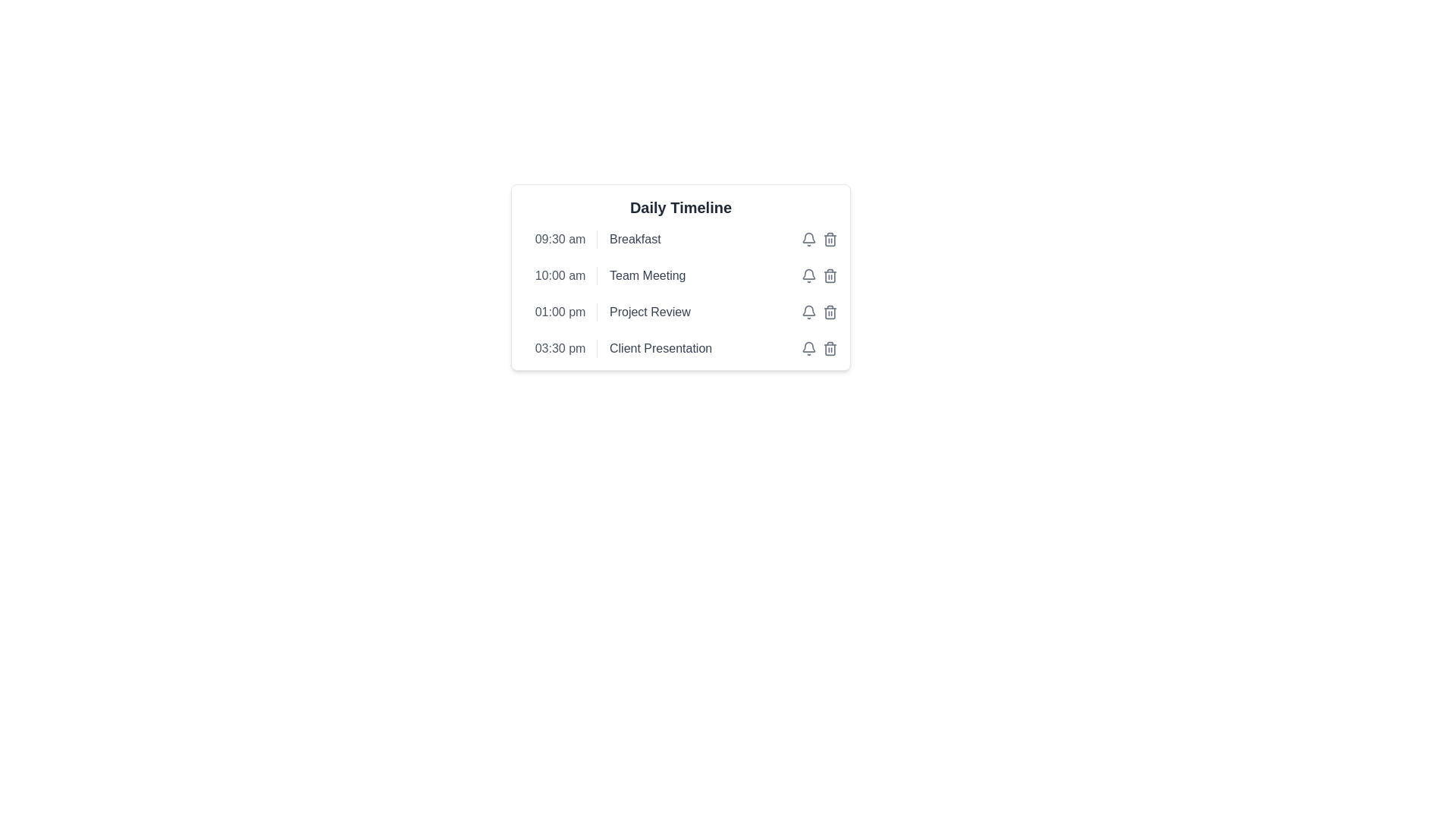  What do you see at coordinates (829, 312) in the screenshot?
I see `the delete button associated with the '1:00 pm Project Review' entry located in the fourth column of the fourth row in the table` at bounding box center [829, 312].